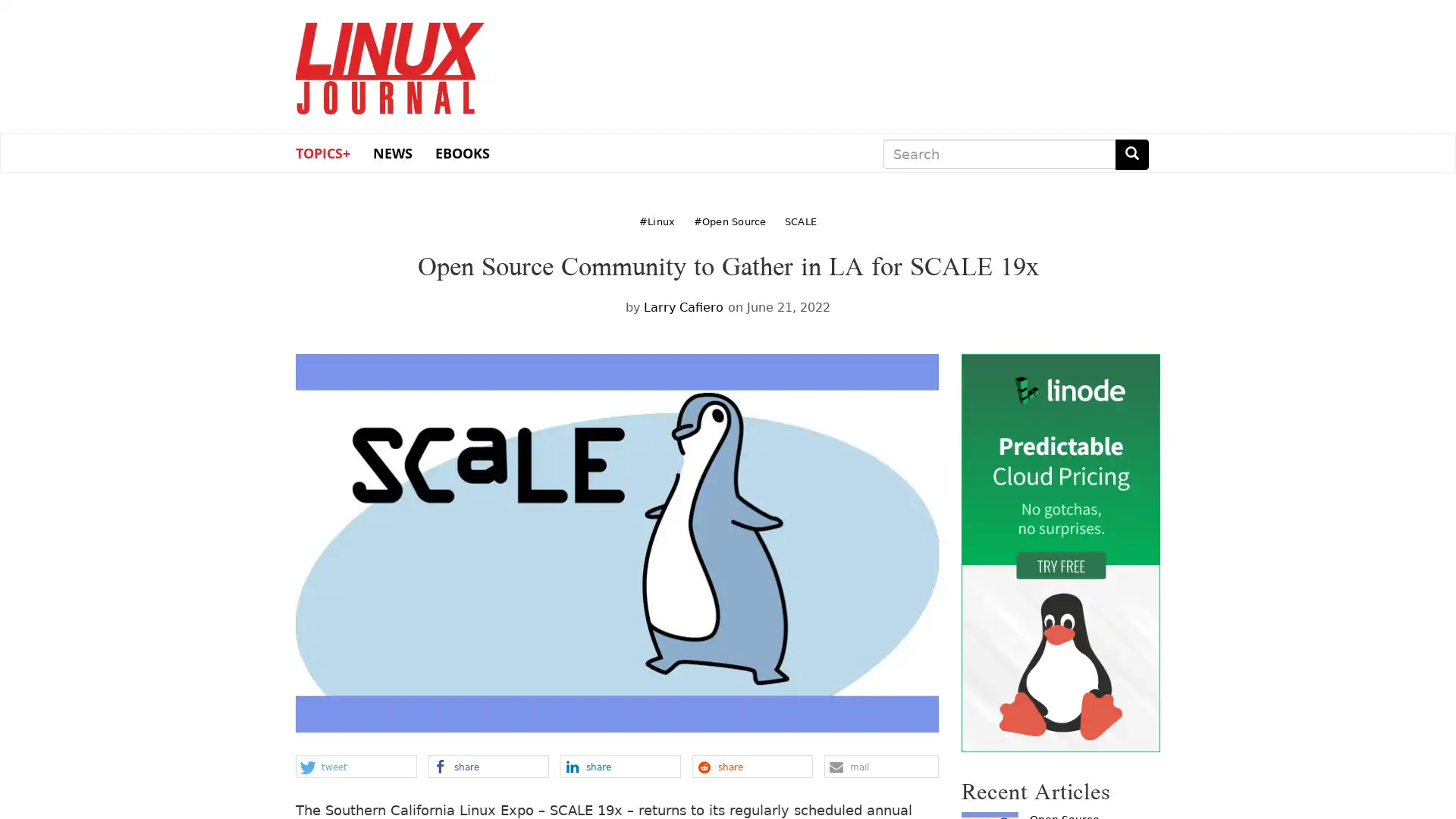 The width and height of the screenshot is (1456, 819). Describe the element at coordinates (355, 766) in the screenshot. I see `Share on Twitter` at that location.